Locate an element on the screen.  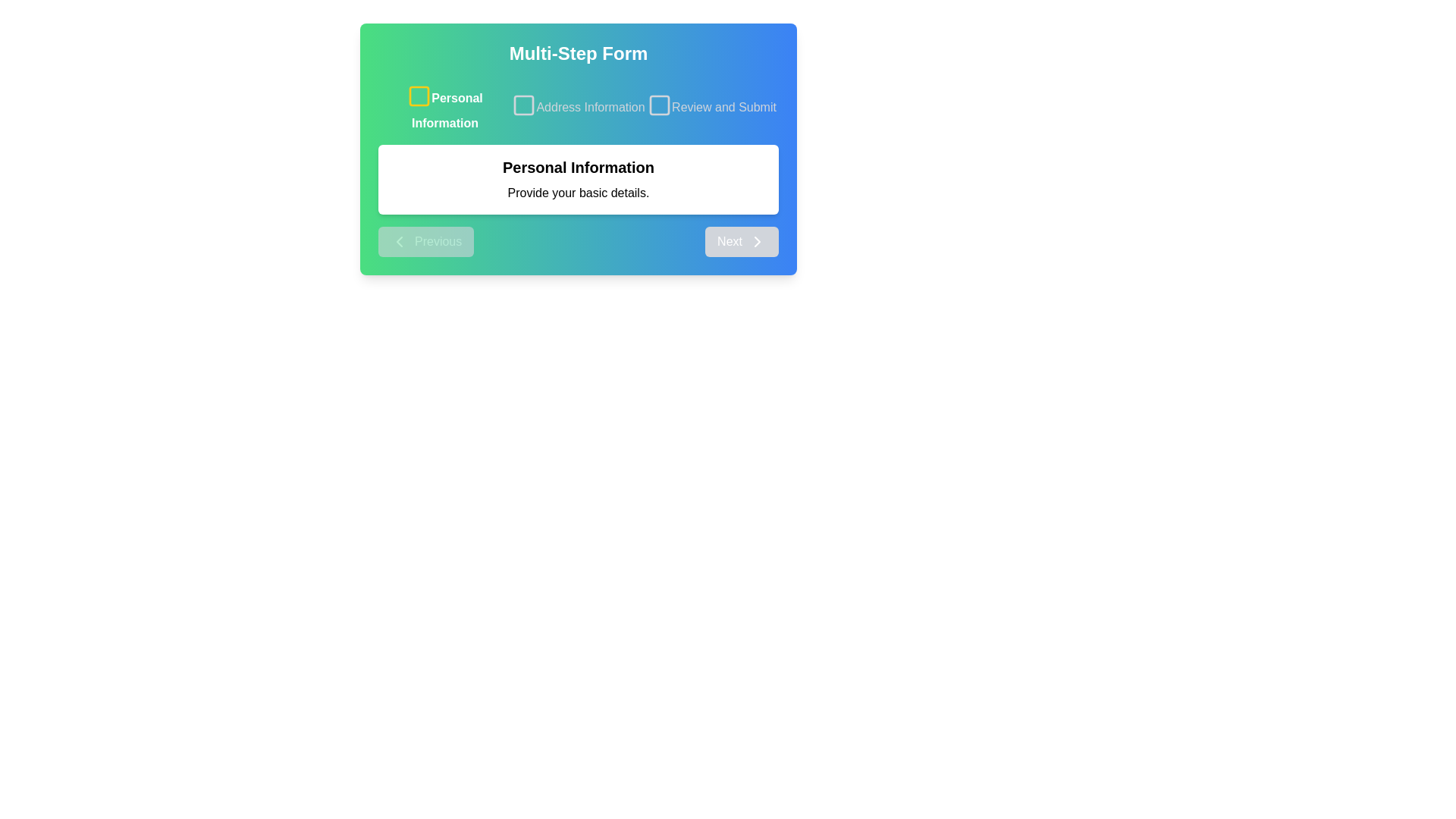
the text element labeled 'Personal Information' for interaction is located at coordinates (444, 107).